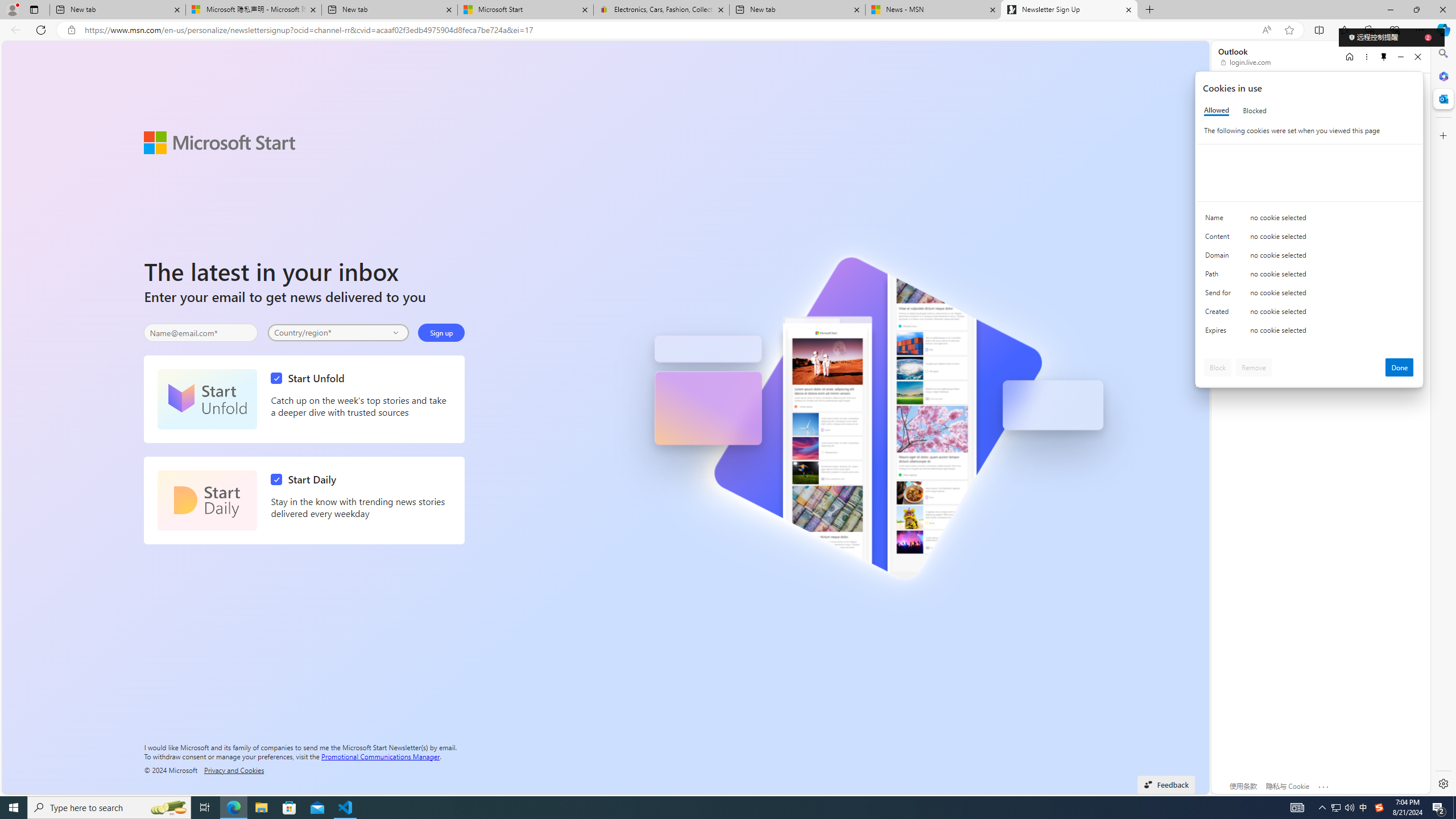  I want to click on 'Newsletter Sign Up', so click(1069, 9).